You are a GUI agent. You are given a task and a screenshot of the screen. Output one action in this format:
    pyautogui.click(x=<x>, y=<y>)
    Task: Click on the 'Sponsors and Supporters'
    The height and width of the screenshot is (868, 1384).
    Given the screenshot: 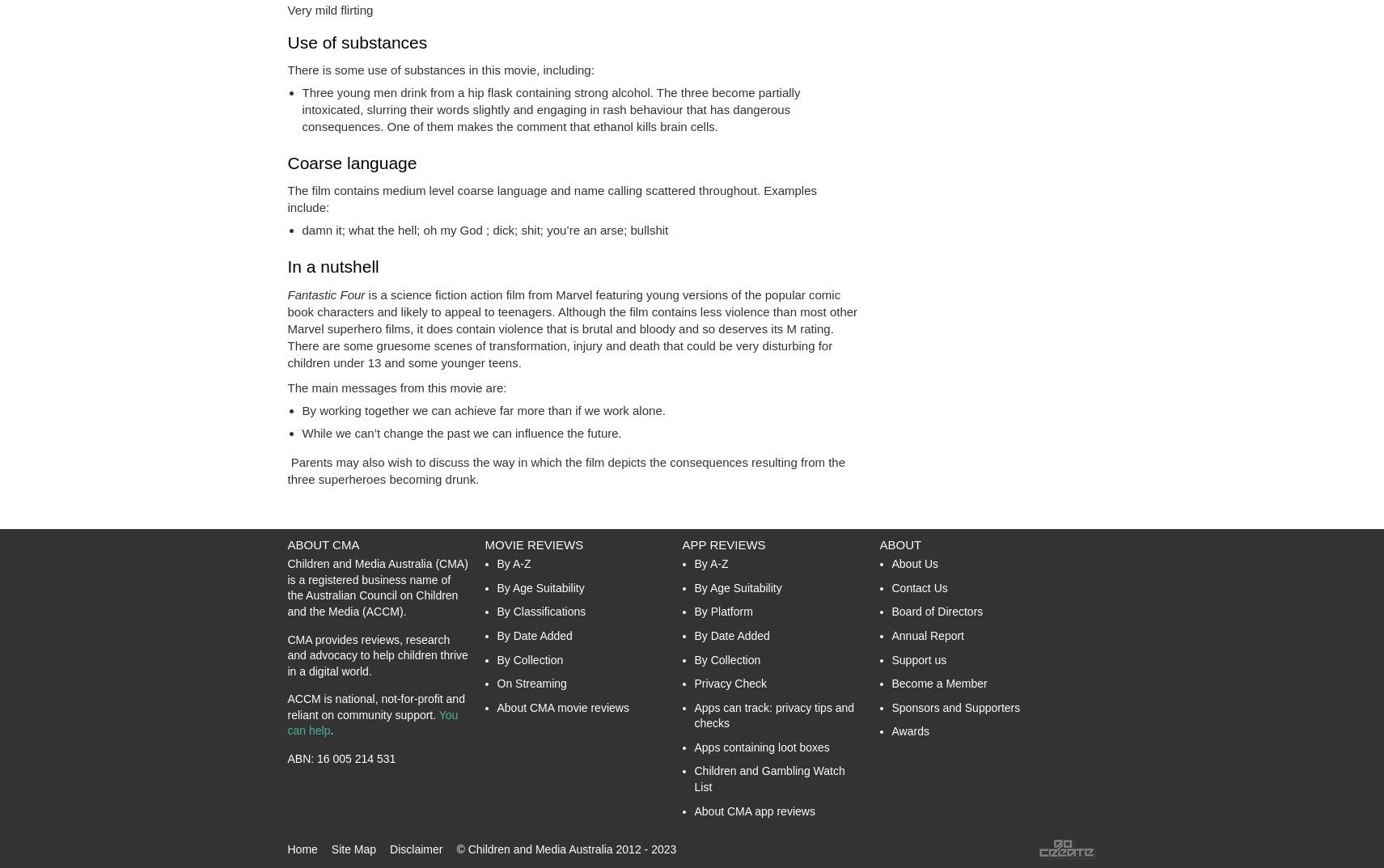 What is the action you would take?
    pyautogui.click(x=954, y=705)
    